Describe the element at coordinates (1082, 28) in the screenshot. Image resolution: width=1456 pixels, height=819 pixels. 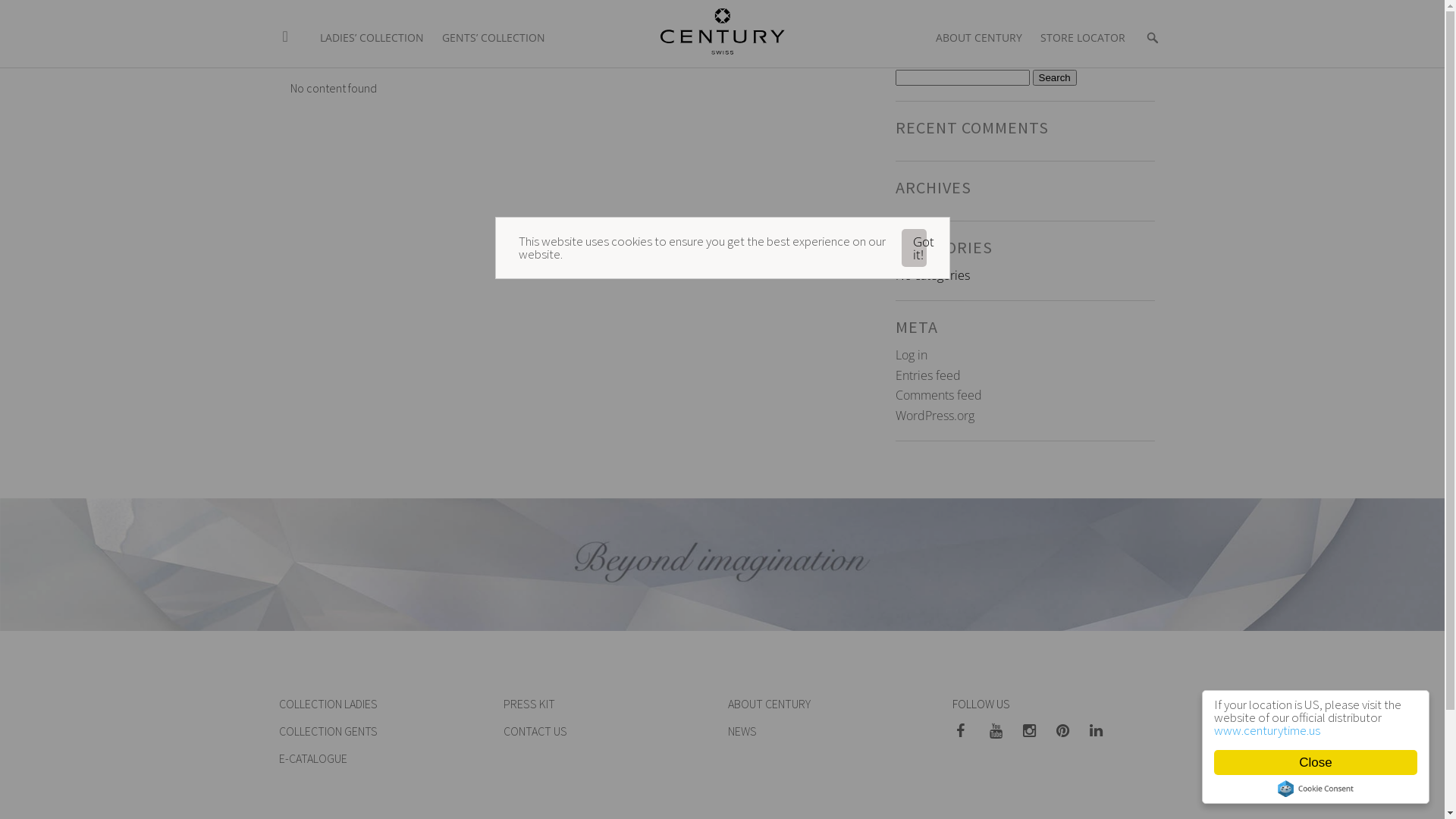
I see `'STORE LOCATOR'` at that location.